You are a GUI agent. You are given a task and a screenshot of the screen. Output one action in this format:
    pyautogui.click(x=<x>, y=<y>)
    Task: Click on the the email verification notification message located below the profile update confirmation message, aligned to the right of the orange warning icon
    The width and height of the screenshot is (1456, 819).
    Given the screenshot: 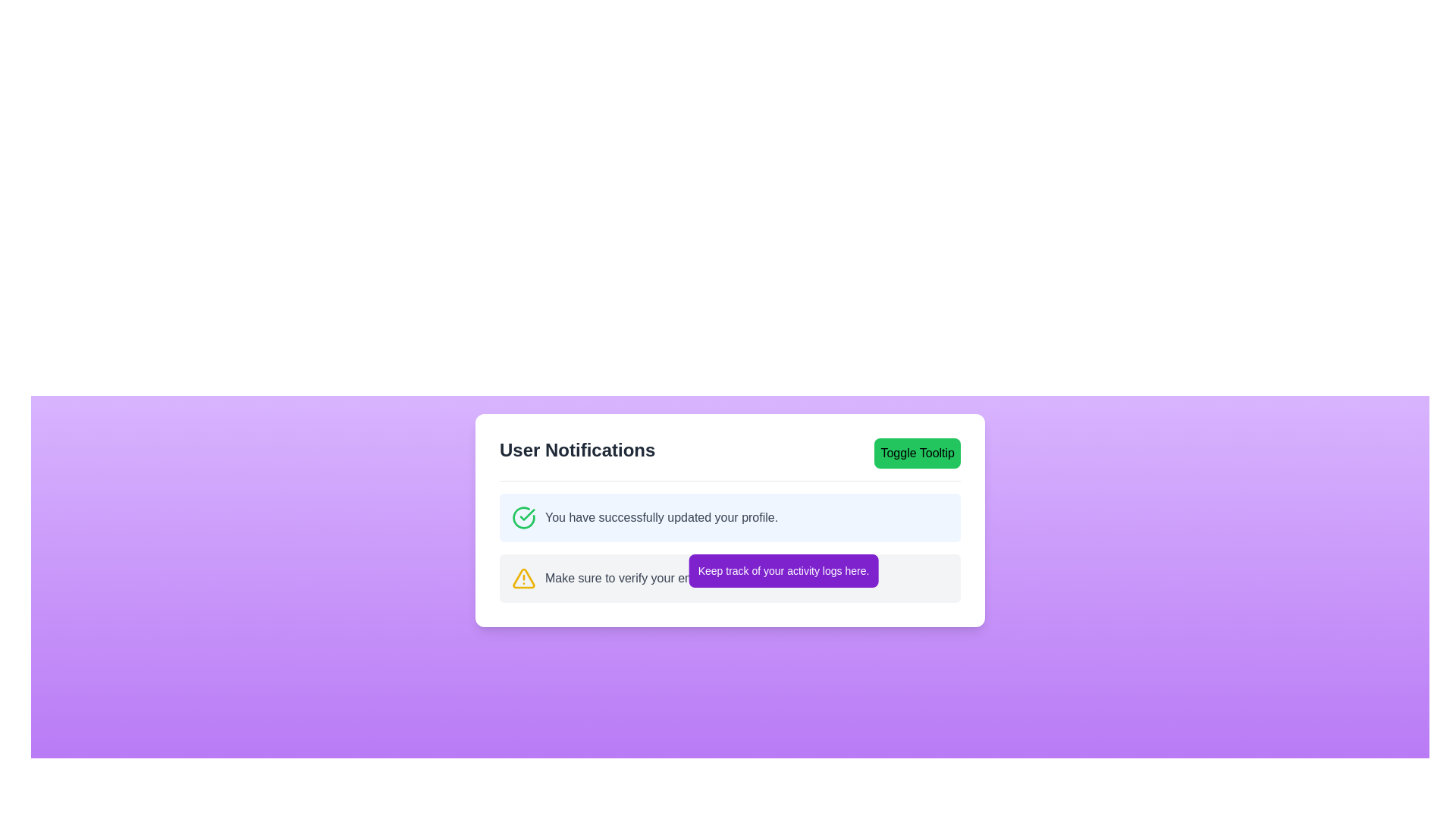 What is the action you would take?
    pyautogui.click(x=651, y=579)
    